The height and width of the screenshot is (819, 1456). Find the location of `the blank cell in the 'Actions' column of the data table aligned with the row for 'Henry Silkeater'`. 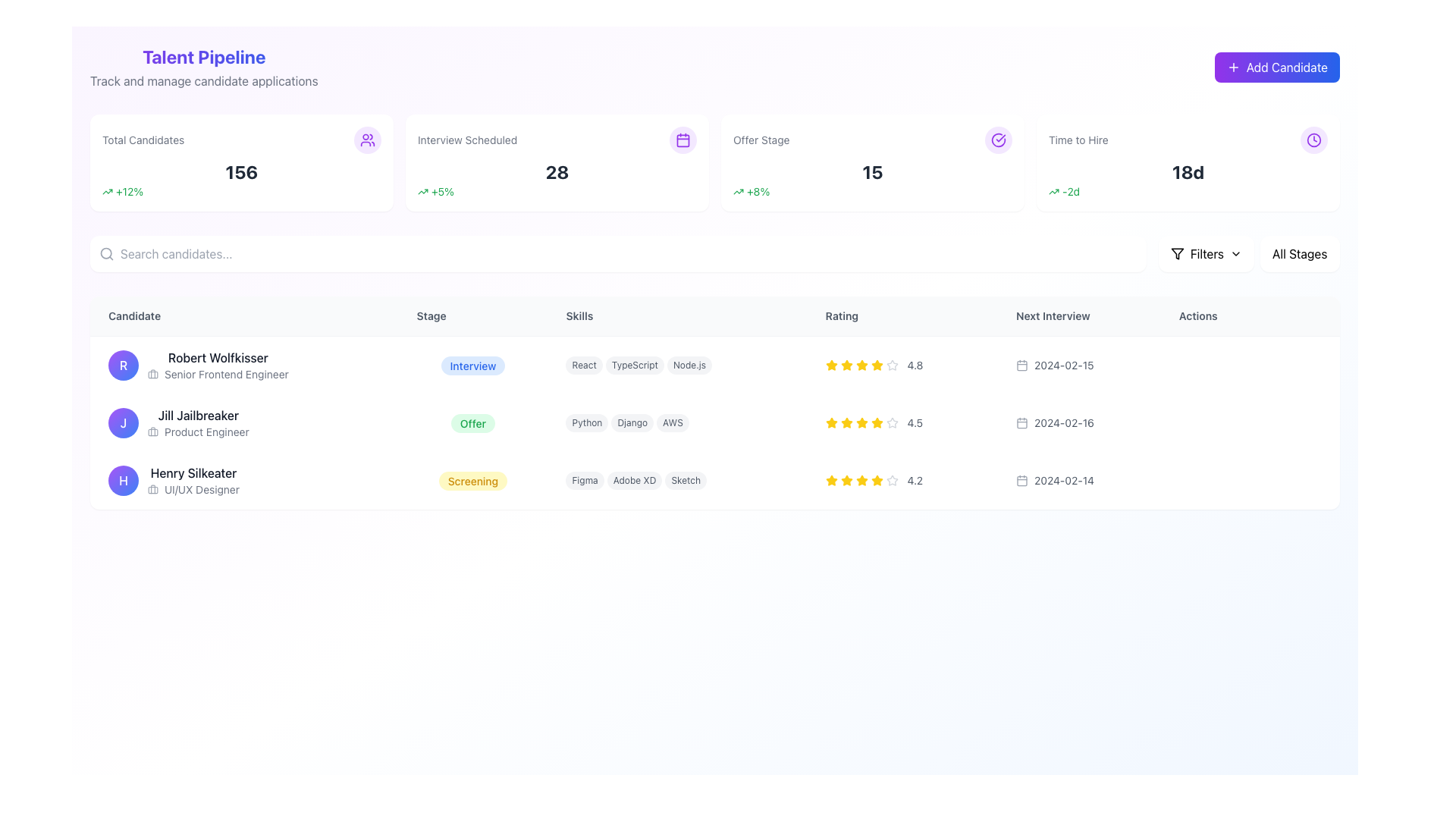

the blank cell in the 'Actions' column of the data table aligned with the row for 'Henry Silkeater' is located at coordinates (1250, 480).